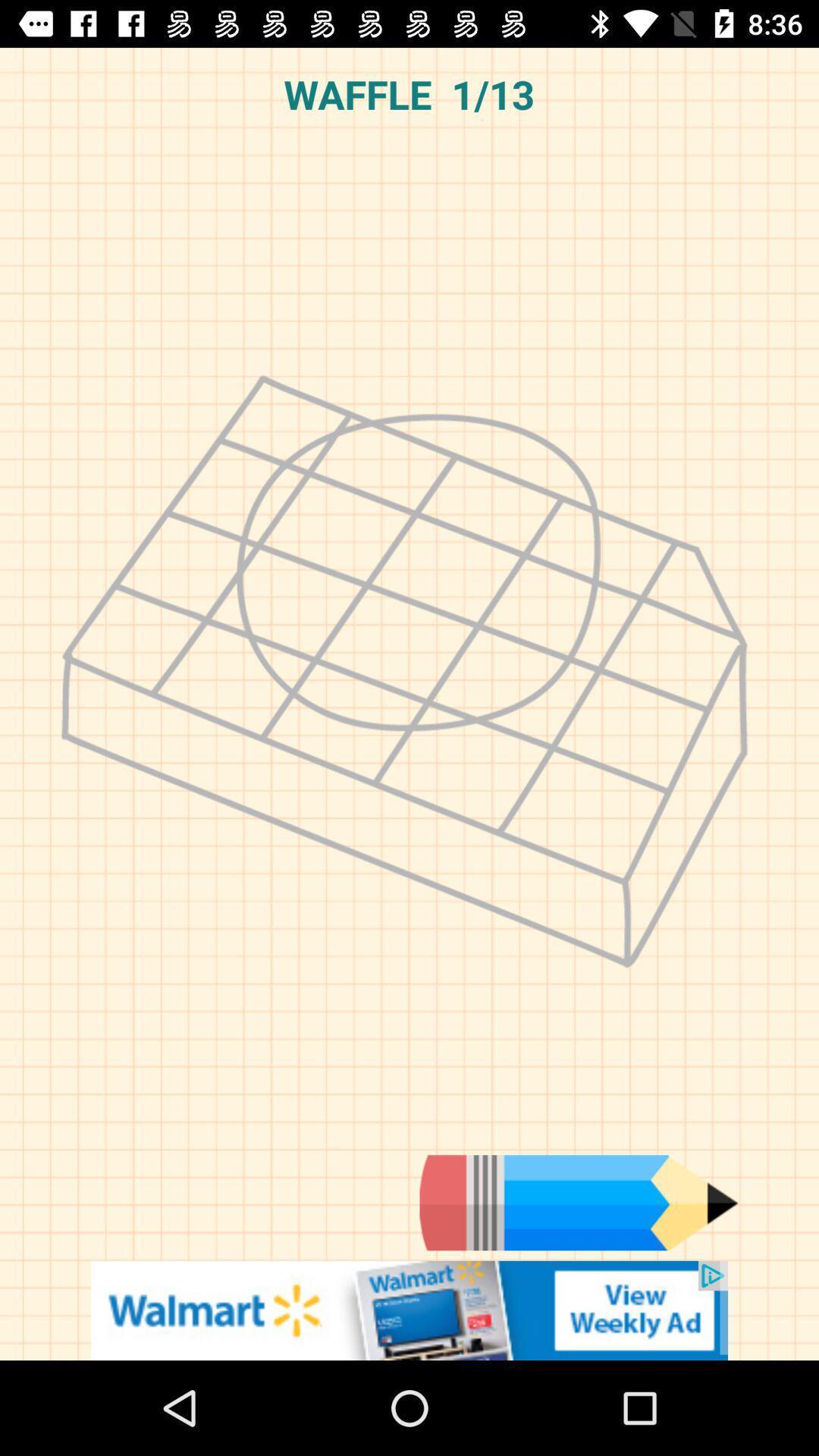  What do you see at coordinates (409, 1310) in the screenshot?
I see `advertising bar` at bounding box center [409, 1310].